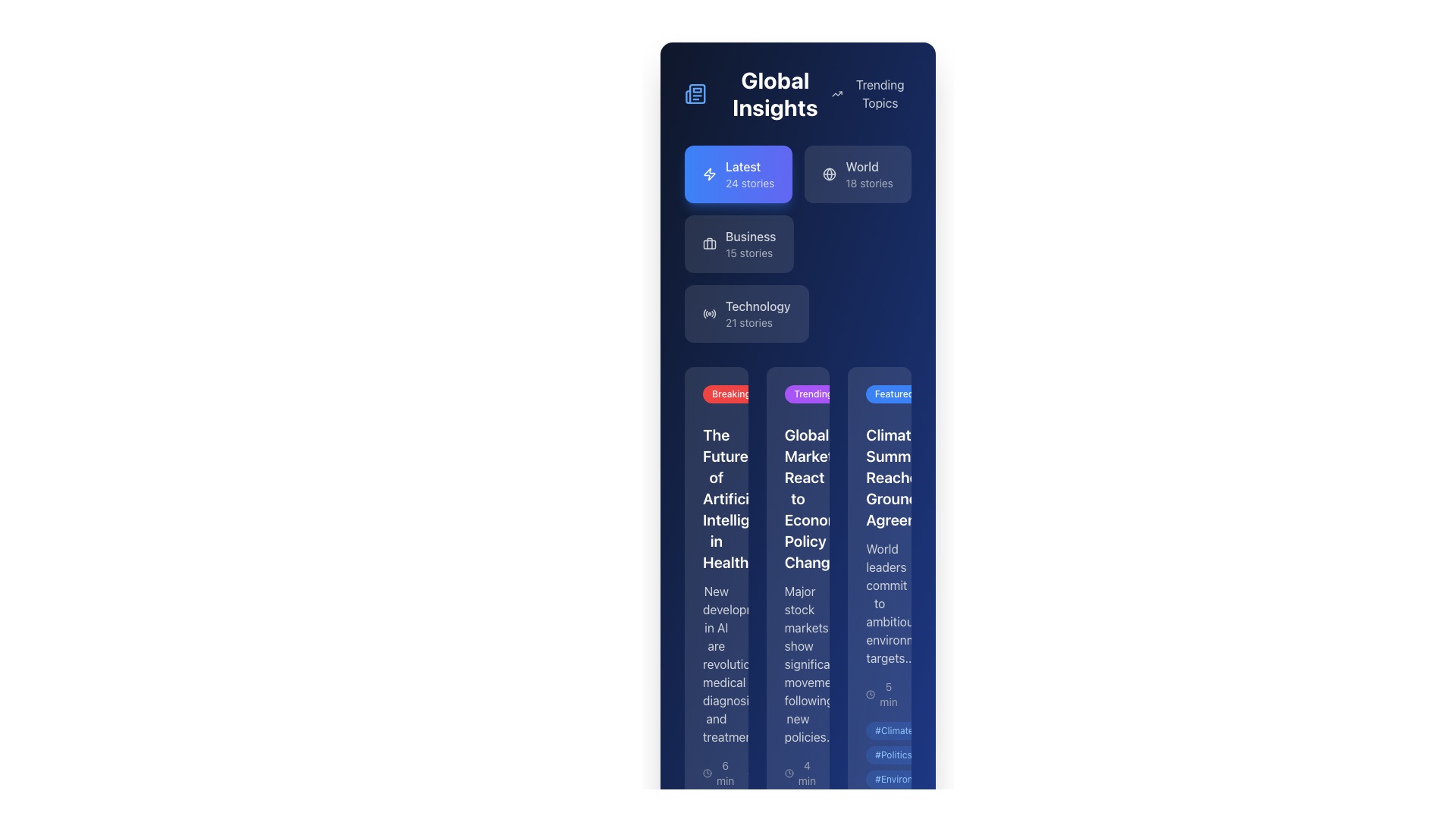 The width and height of the screenshot is (1456, 819). I want to click on the decorative icon representing a newspaper or journal, located in the top-left section of the interface, to the left of the 'Global Insights' text, so click(695, 93).